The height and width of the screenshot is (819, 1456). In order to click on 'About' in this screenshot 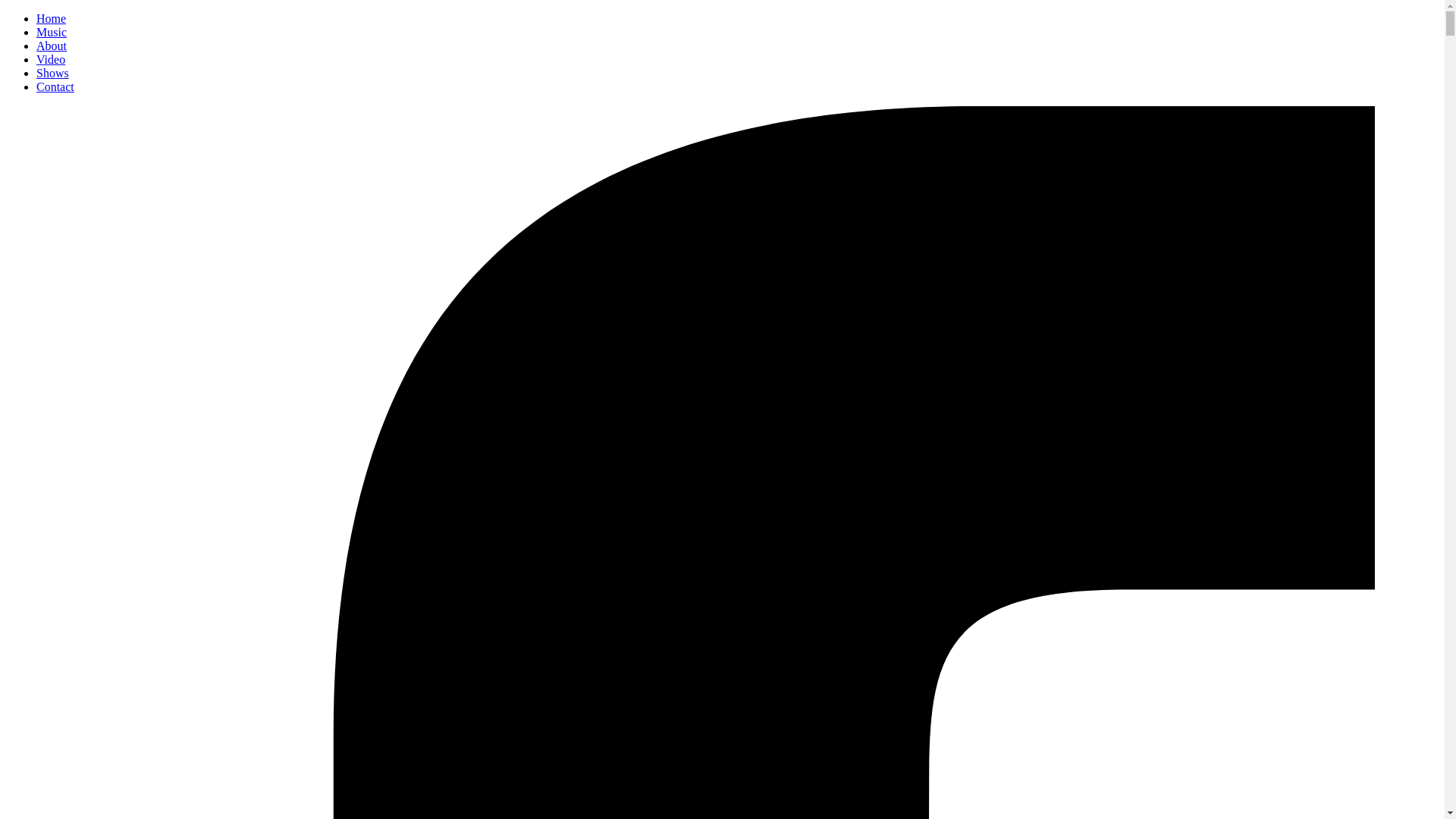, I will do `click(51, 45)`.